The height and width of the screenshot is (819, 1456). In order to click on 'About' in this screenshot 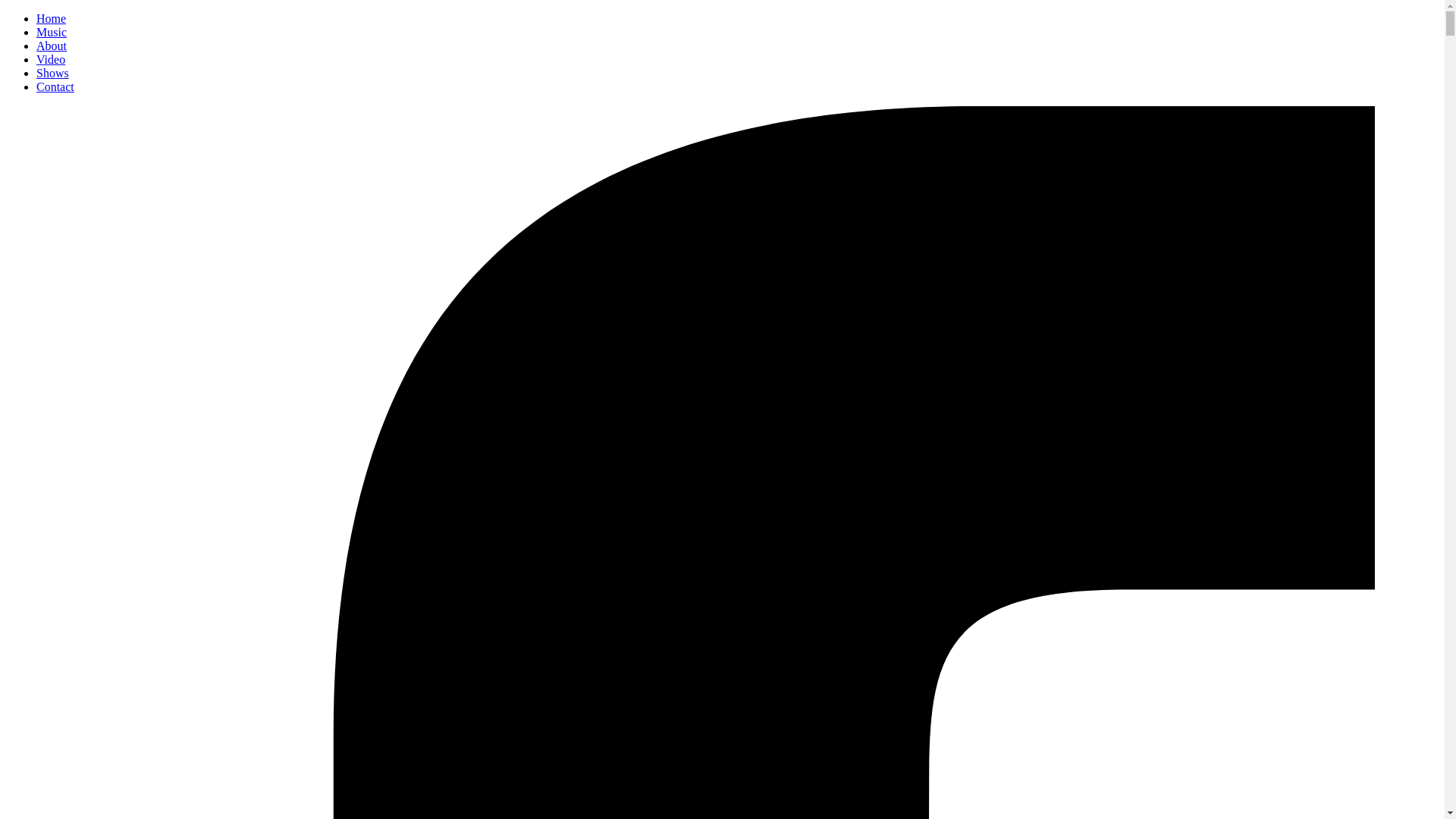, I will do `click(51, 45)`.